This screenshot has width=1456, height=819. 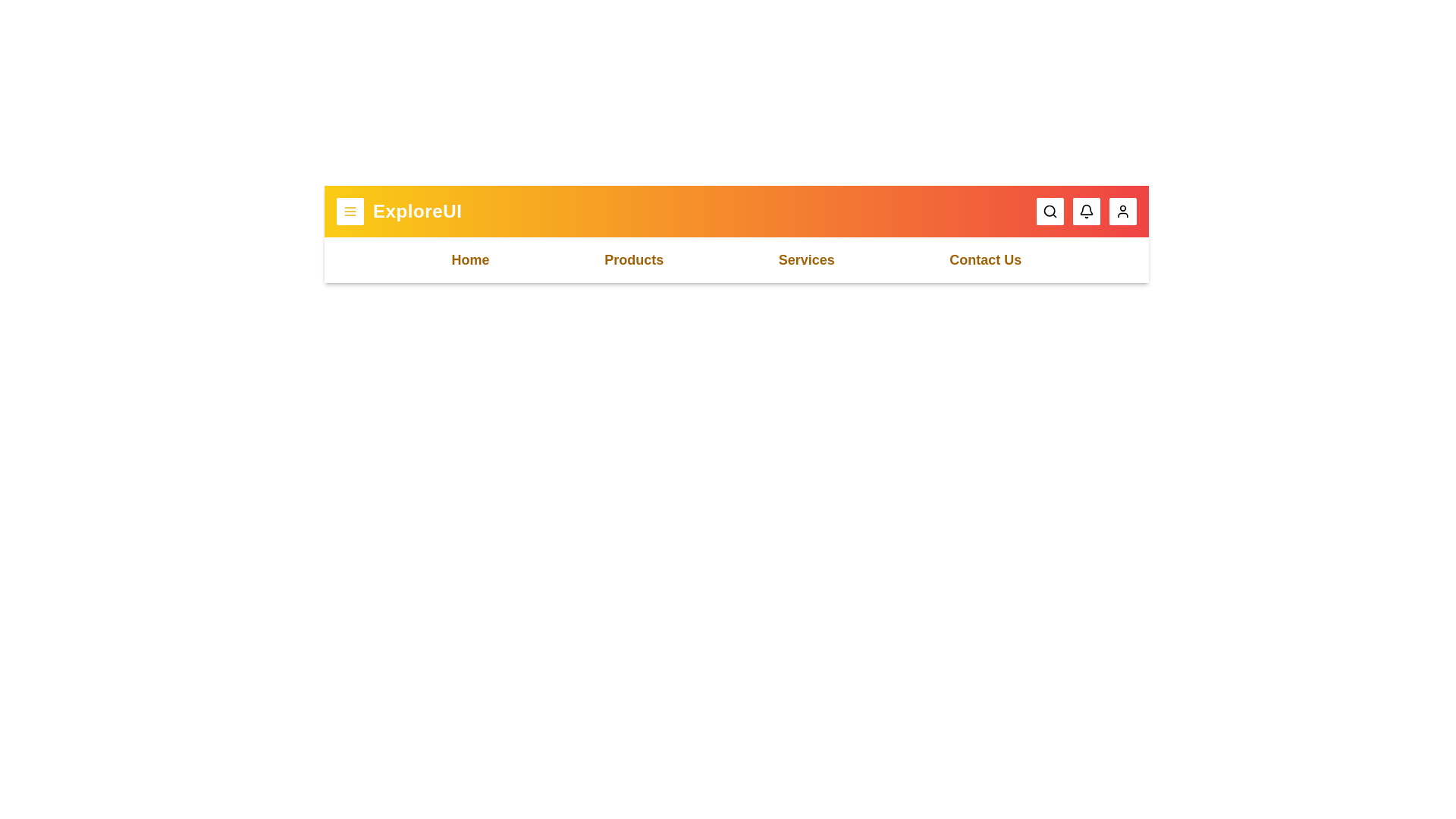 What do you see at coordinates (805, 259) in the screenshot?
I see `the menu item Services by clicking on it` at bounding box center [805, 259].